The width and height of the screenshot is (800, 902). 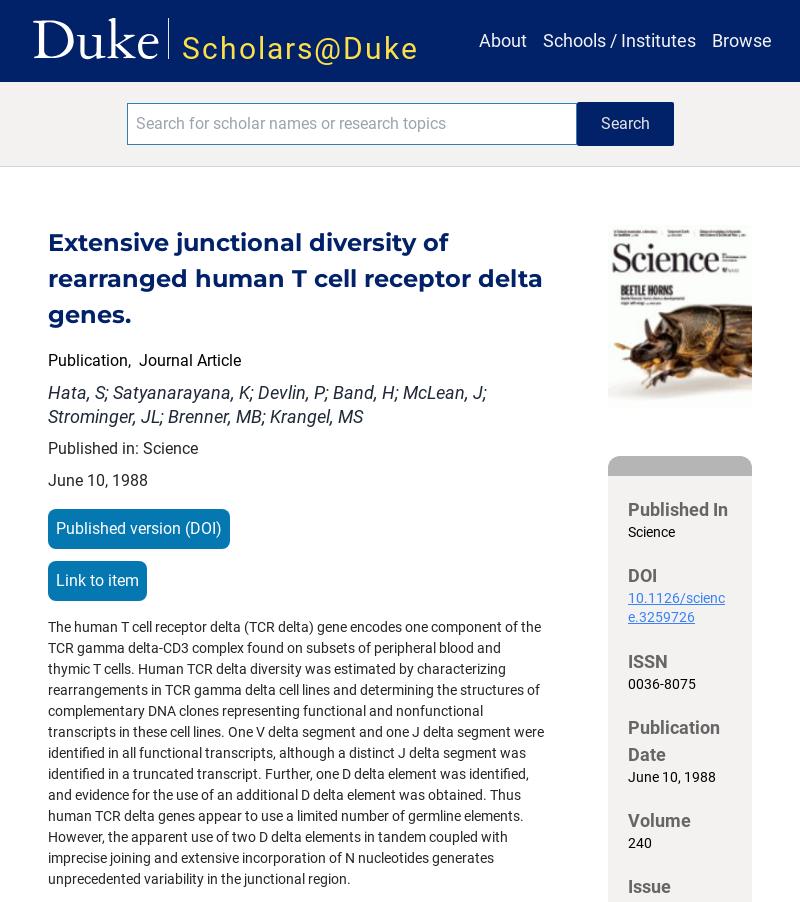 What do you see at coordinates (619, 39) in the screenshot?
I see `'Schools / Institutes'` at bounding box center [619, 39].